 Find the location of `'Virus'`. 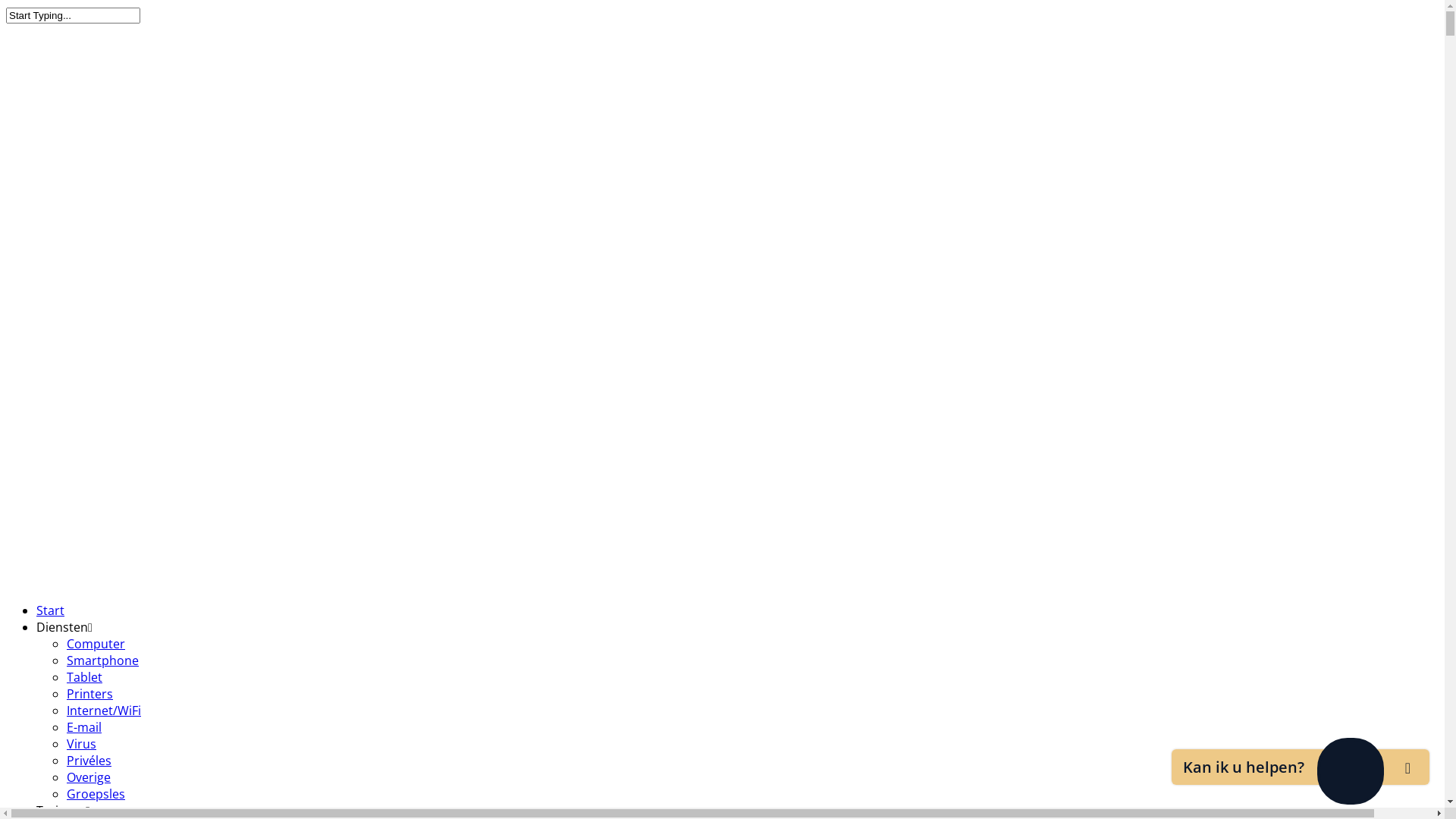

'Virus' is located at coordinates (65, 742).